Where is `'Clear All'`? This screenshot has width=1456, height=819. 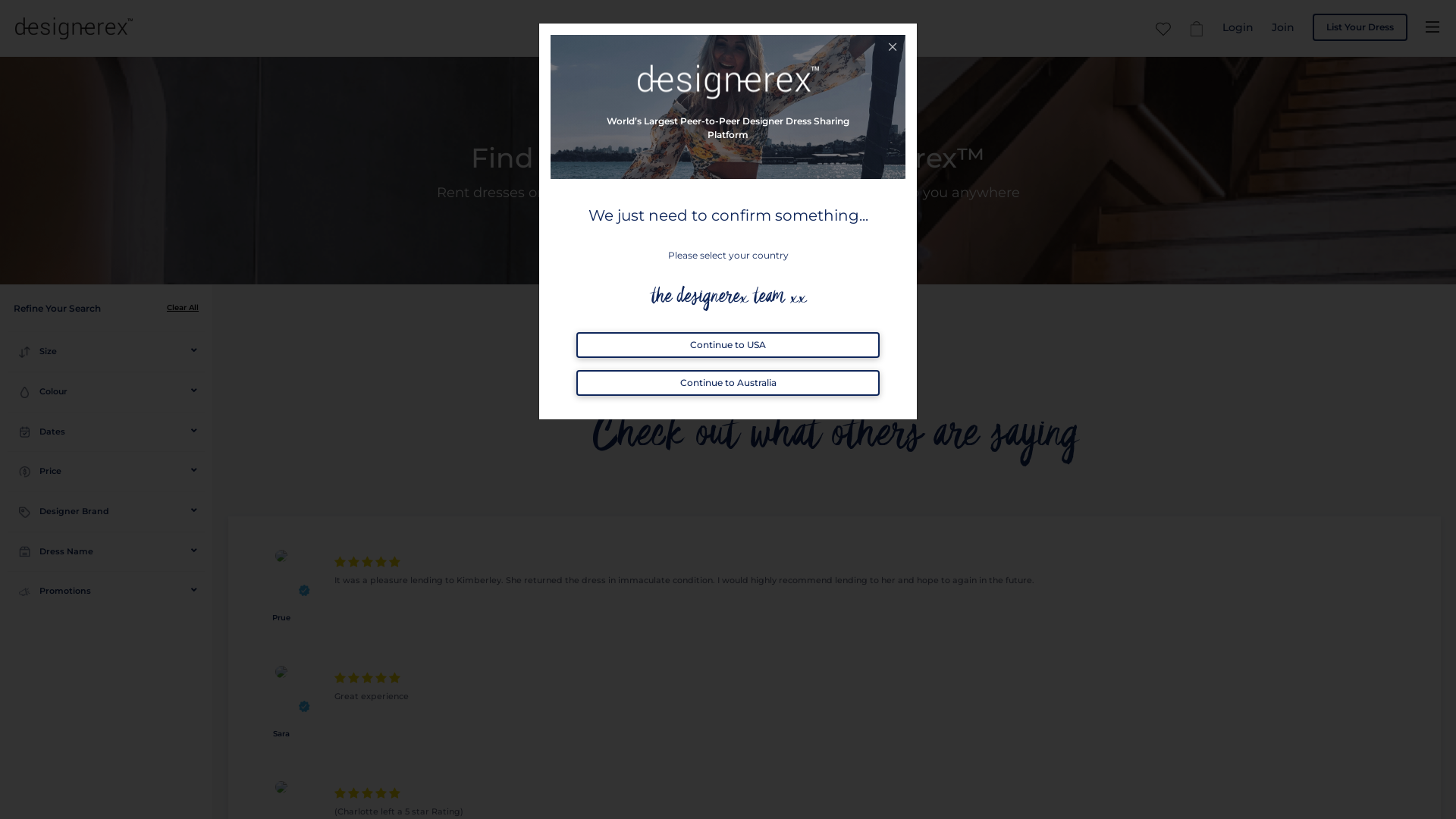 'Clear All' is located at coordinates (182, 307).